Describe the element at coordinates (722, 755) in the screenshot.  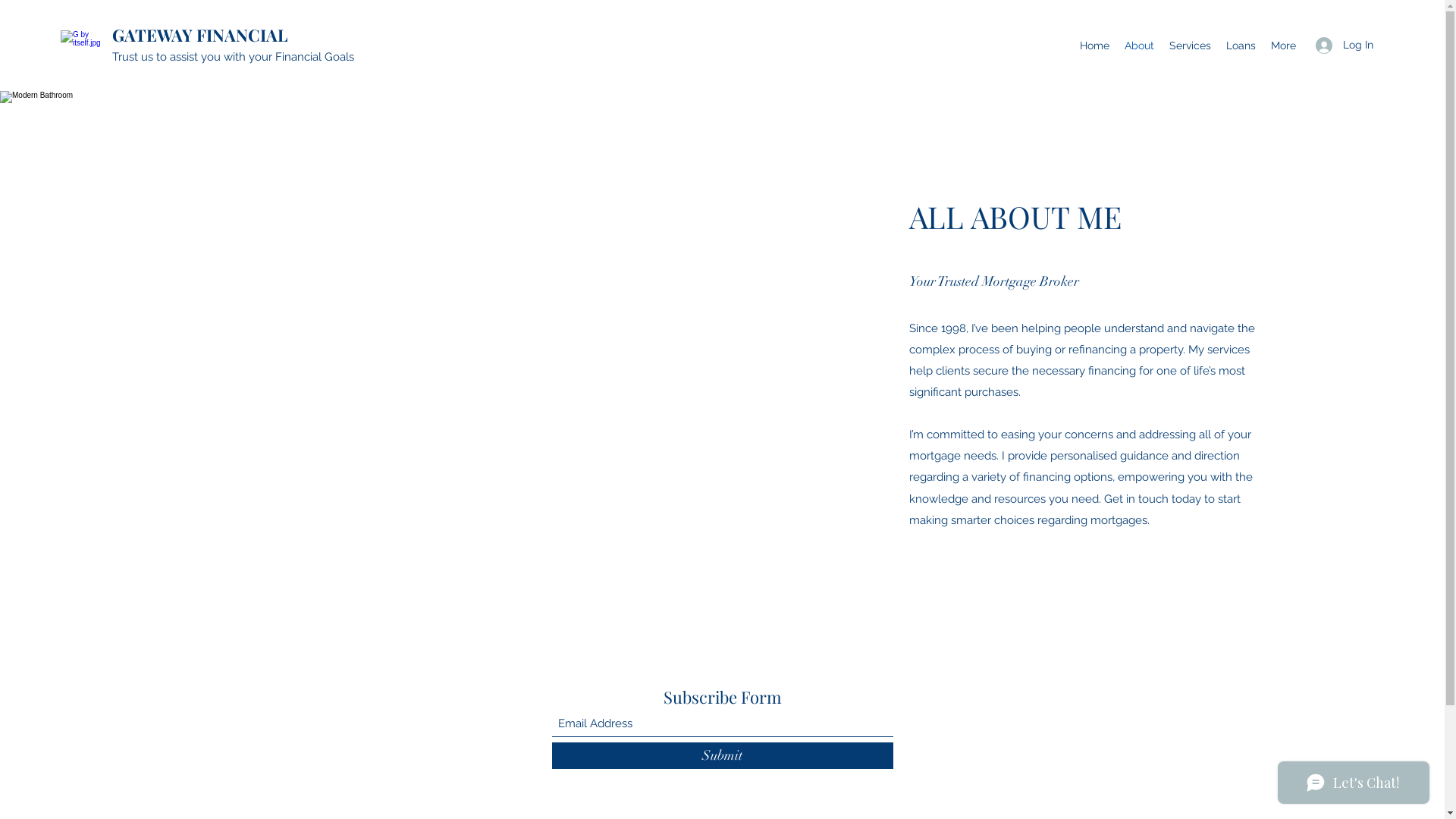
I see `'Submit'` at that location.